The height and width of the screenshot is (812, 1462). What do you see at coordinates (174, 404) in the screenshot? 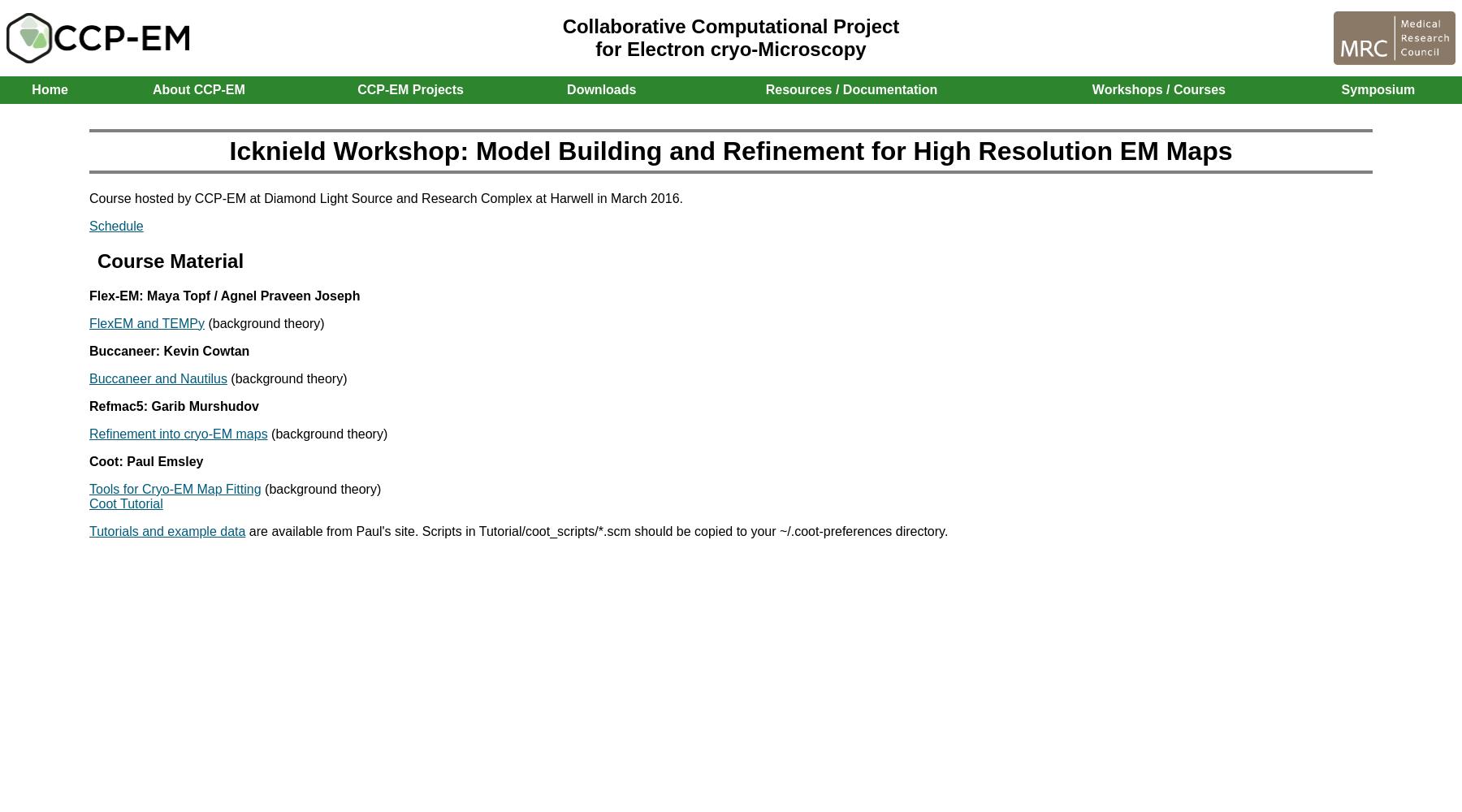
I see `'Refmac5: Garib Murshudov'` at bounding box center [174, 404].